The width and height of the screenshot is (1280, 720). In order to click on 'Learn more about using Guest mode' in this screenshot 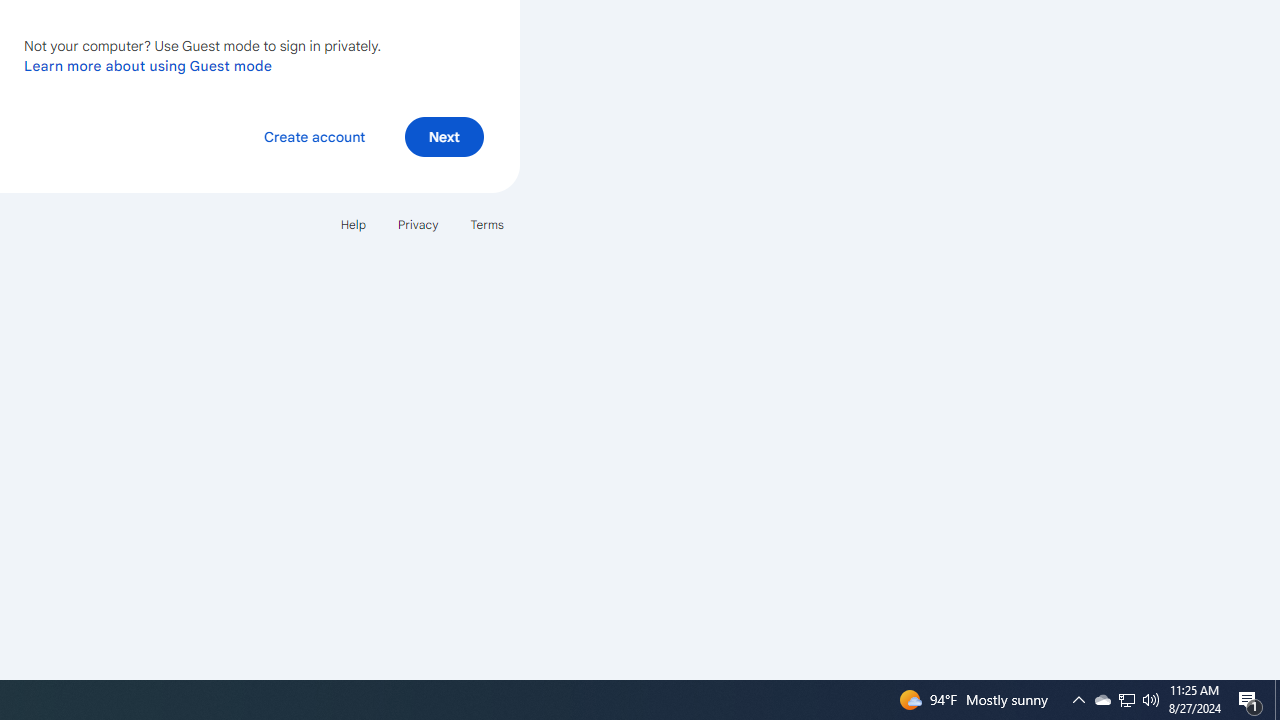, I will do `click(147, 64)`.